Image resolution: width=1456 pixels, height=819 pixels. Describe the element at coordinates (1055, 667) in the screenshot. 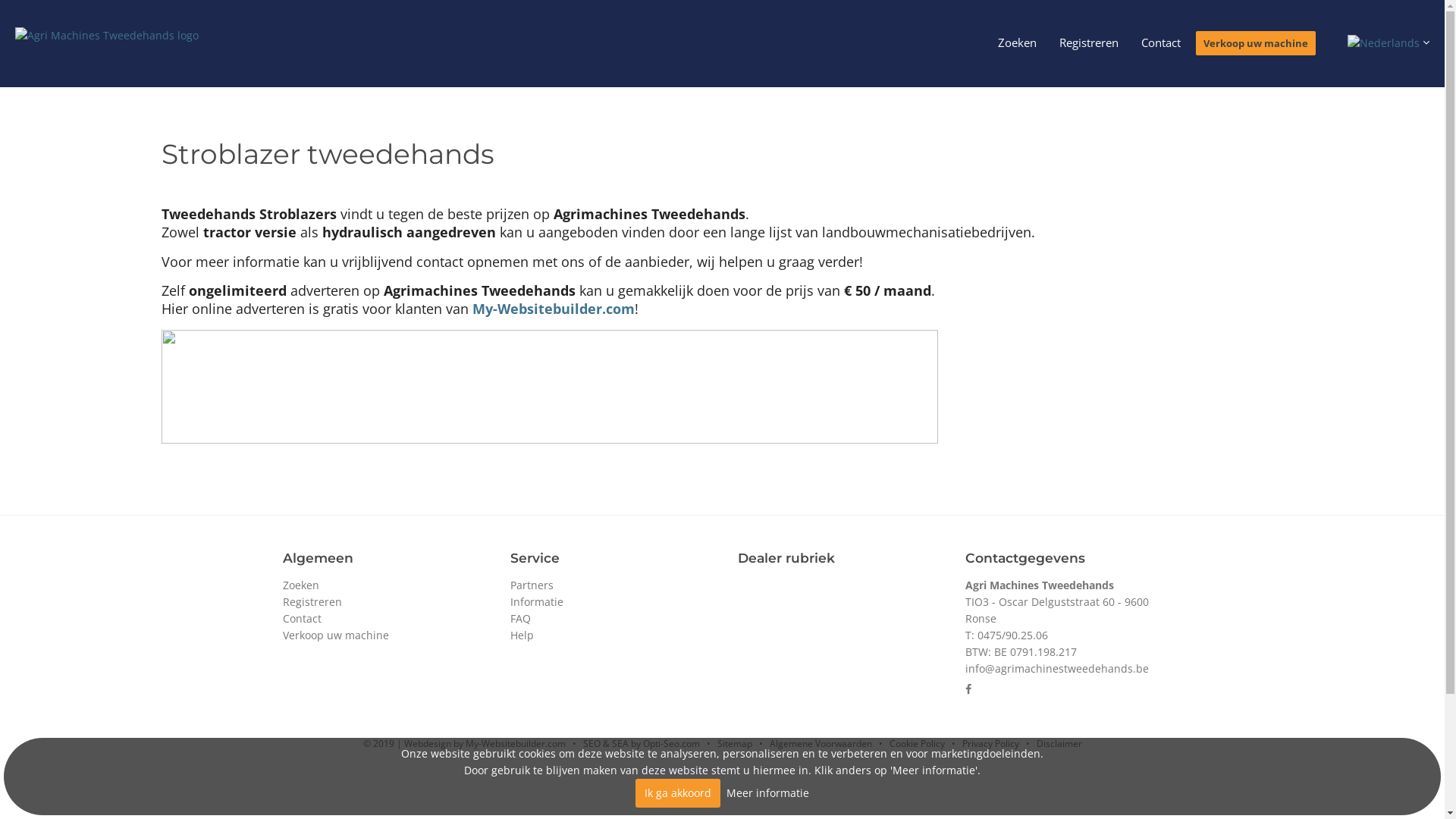

I see `'info@agrimachinestweedehands.be'` at that location.